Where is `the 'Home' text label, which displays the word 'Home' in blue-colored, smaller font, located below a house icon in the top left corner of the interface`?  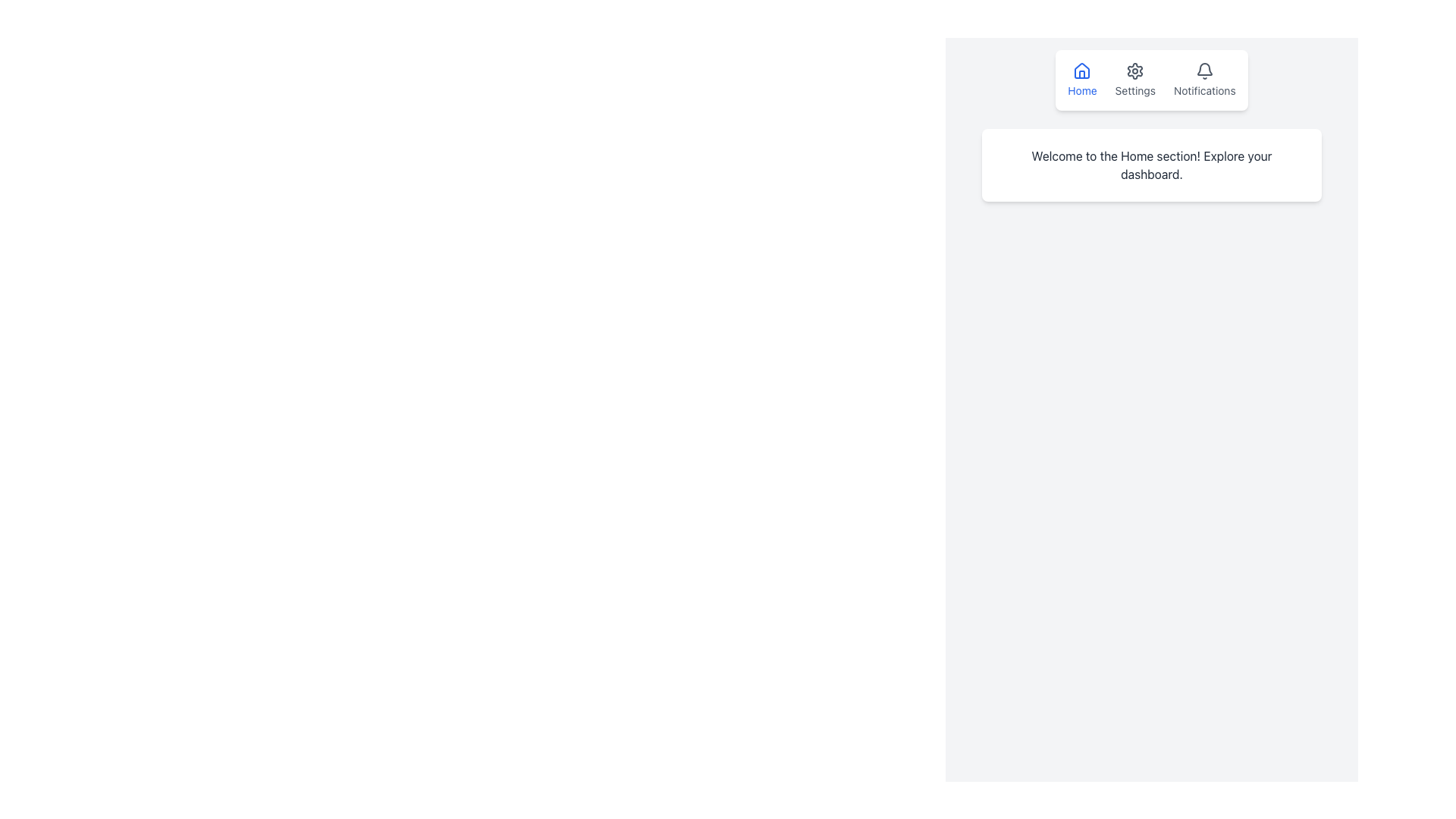
the 'Home' text label, which displays the word 'Home' in blue-colored, smaller font, located below a house icon in the top left corner of the interface is located at coordinates (1081, 90).